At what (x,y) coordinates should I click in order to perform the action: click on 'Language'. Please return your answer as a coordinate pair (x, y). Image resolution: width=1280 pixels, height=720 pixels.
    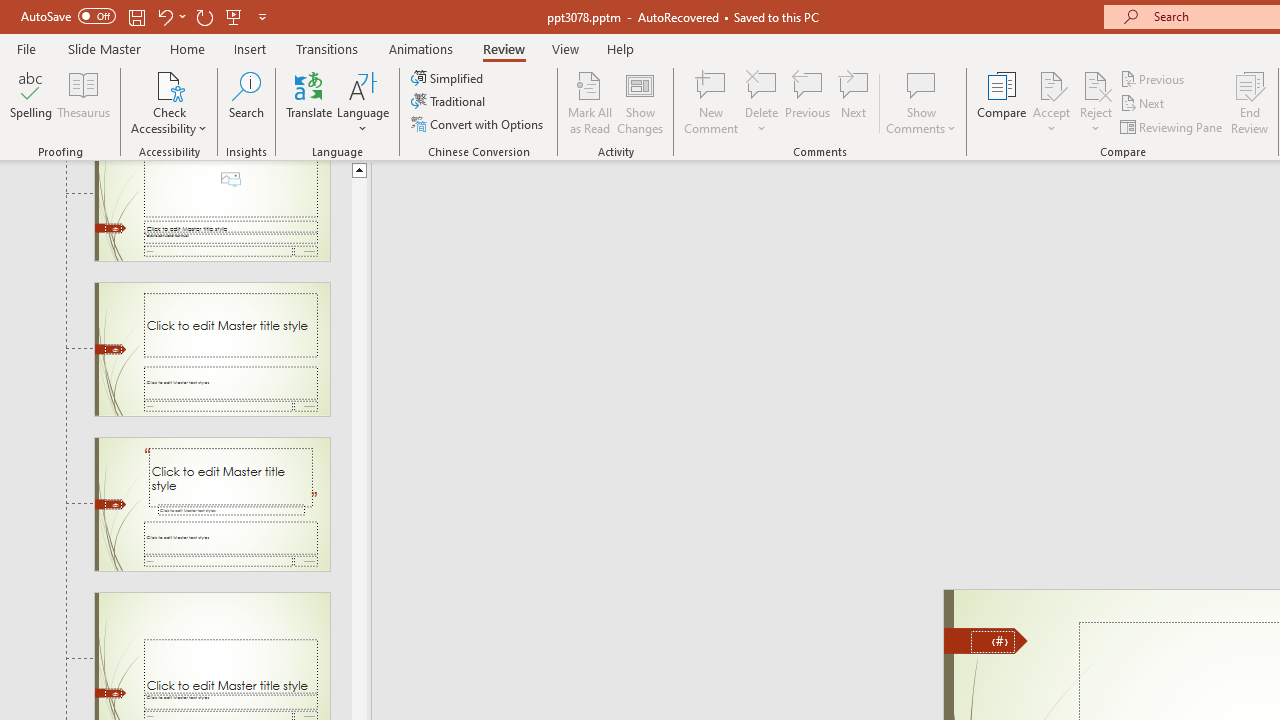
    Looking at the image, I should click on (363, 103).